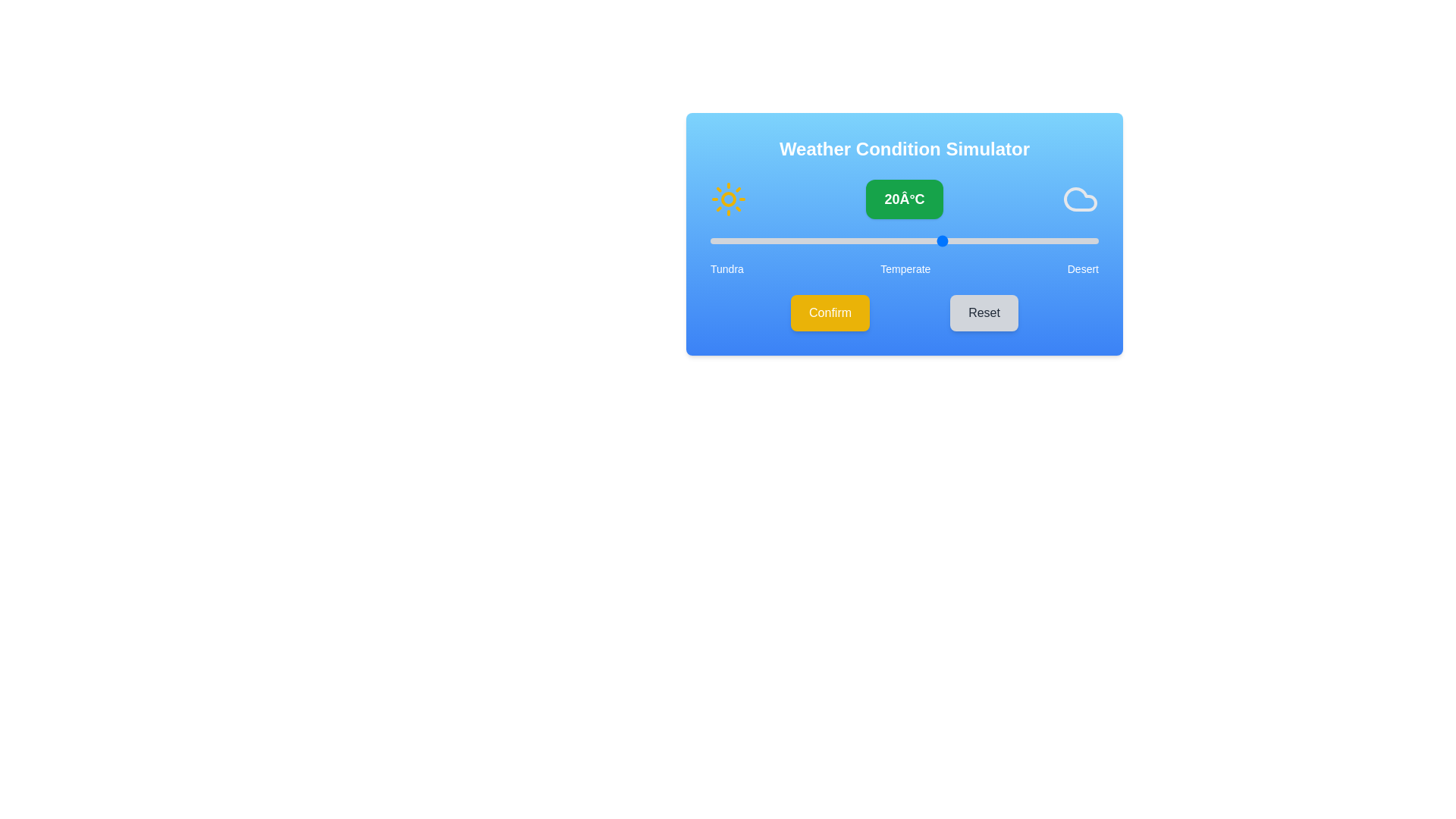  Describe the element at coordinates (984, 312) in the screenshot. I see `'Reset' button to reset the weather condition simulator` at that location.